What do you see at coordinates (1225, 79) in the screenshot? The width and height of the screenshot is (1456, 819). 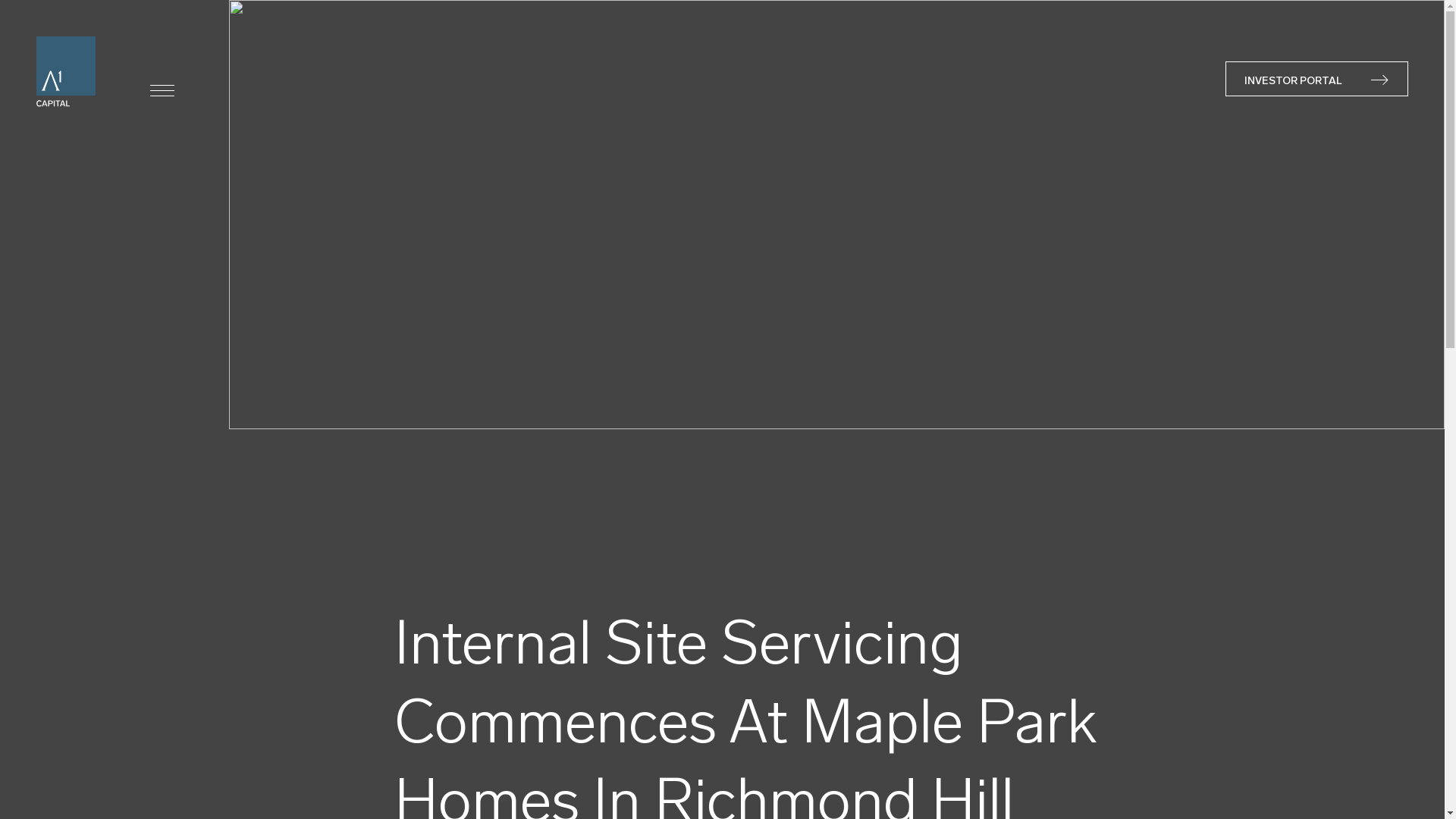 I see `'INVESTOR PORTAL'` at bounding box center [1225, 79].